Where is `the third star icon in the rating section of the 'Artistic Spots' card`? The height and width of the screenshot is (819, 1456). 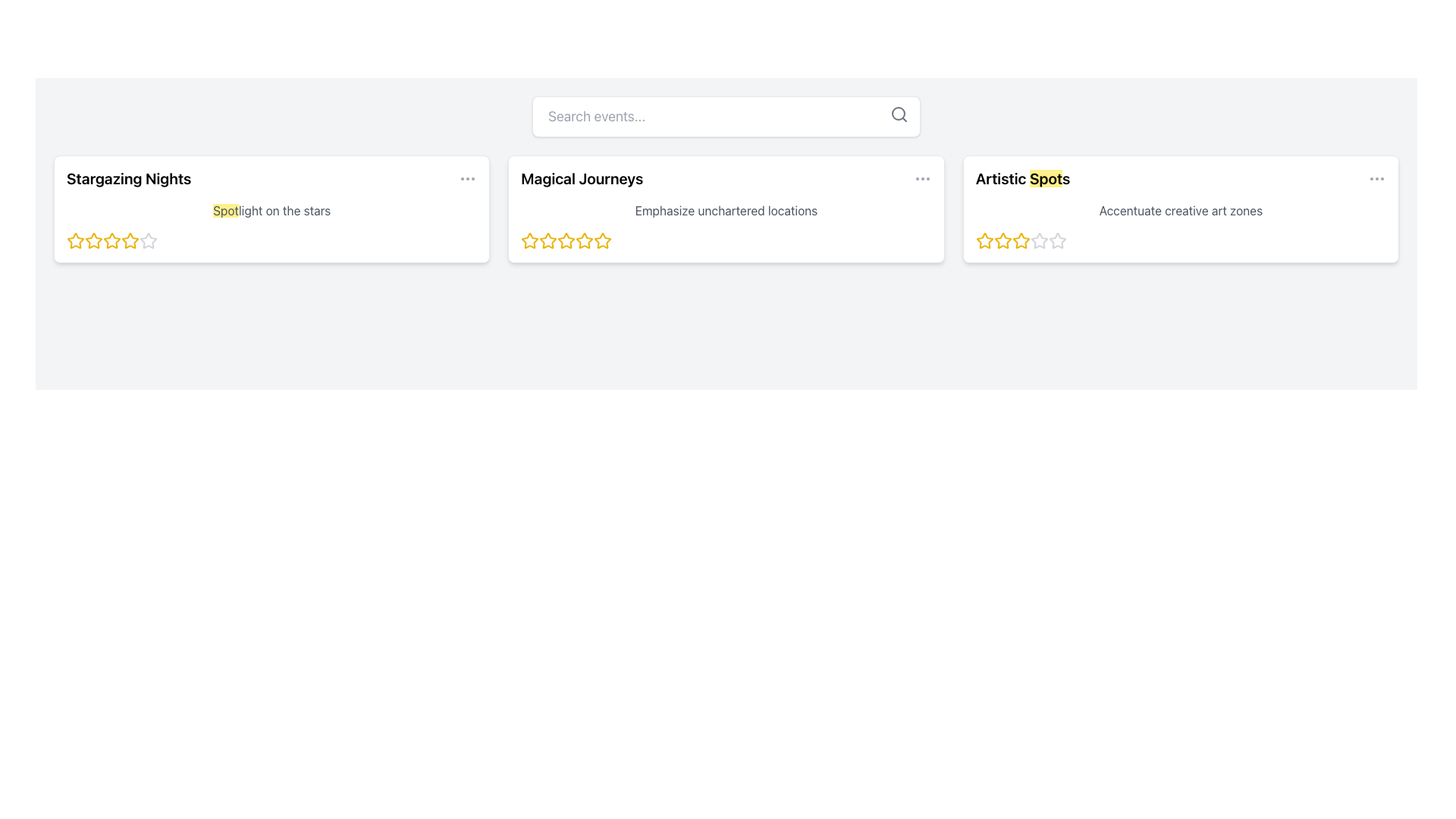
the third star icon in the rating section of the 'Artistic Spots' card is located at coordinates (1038, 240).